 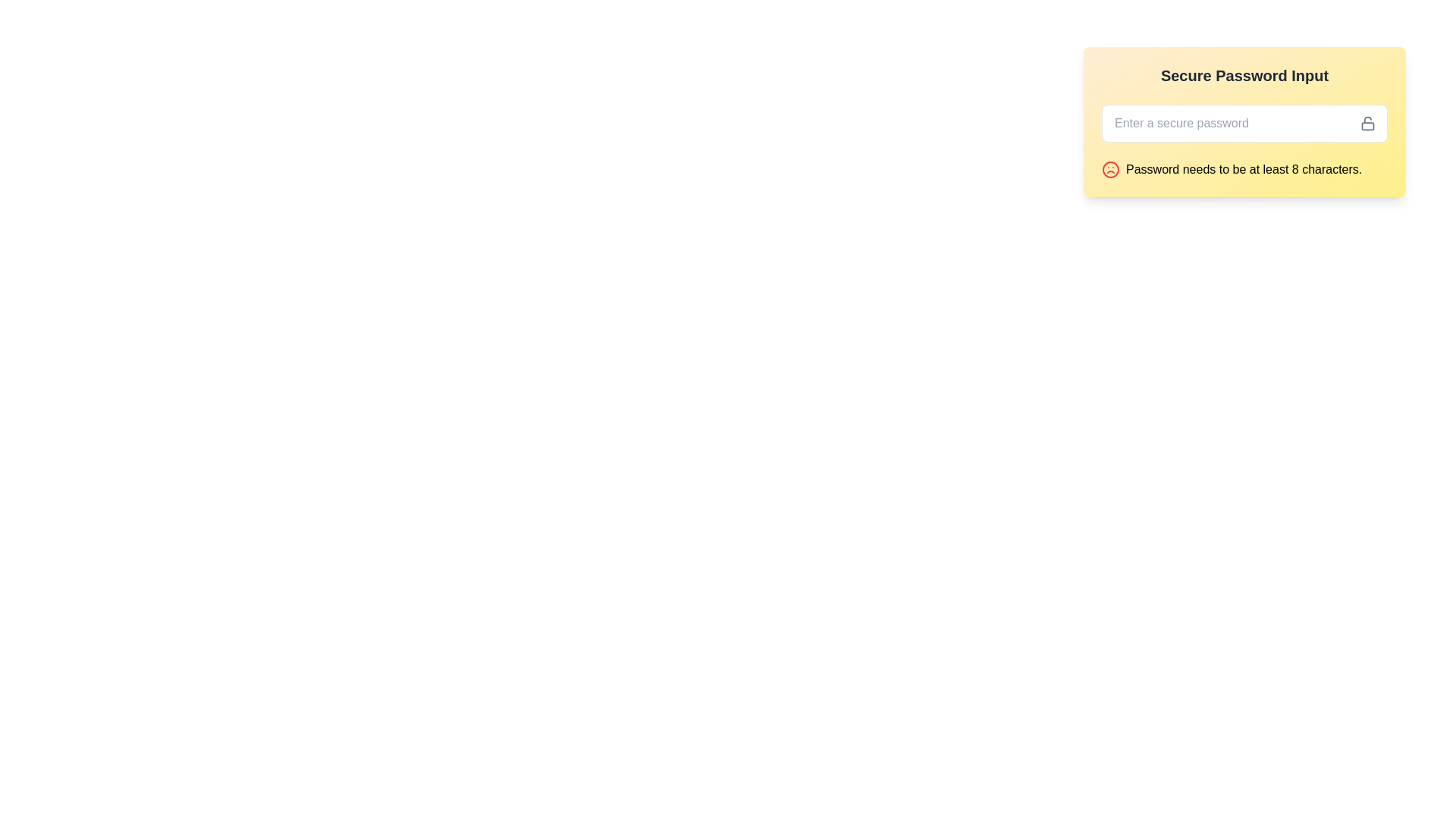 What do you see at coordinates (1244, 122) in the screenshot?
I see `the secure password input field located within the yellow gradient box titled 'Secure Password Input'` at bounding box center [1244, 122].